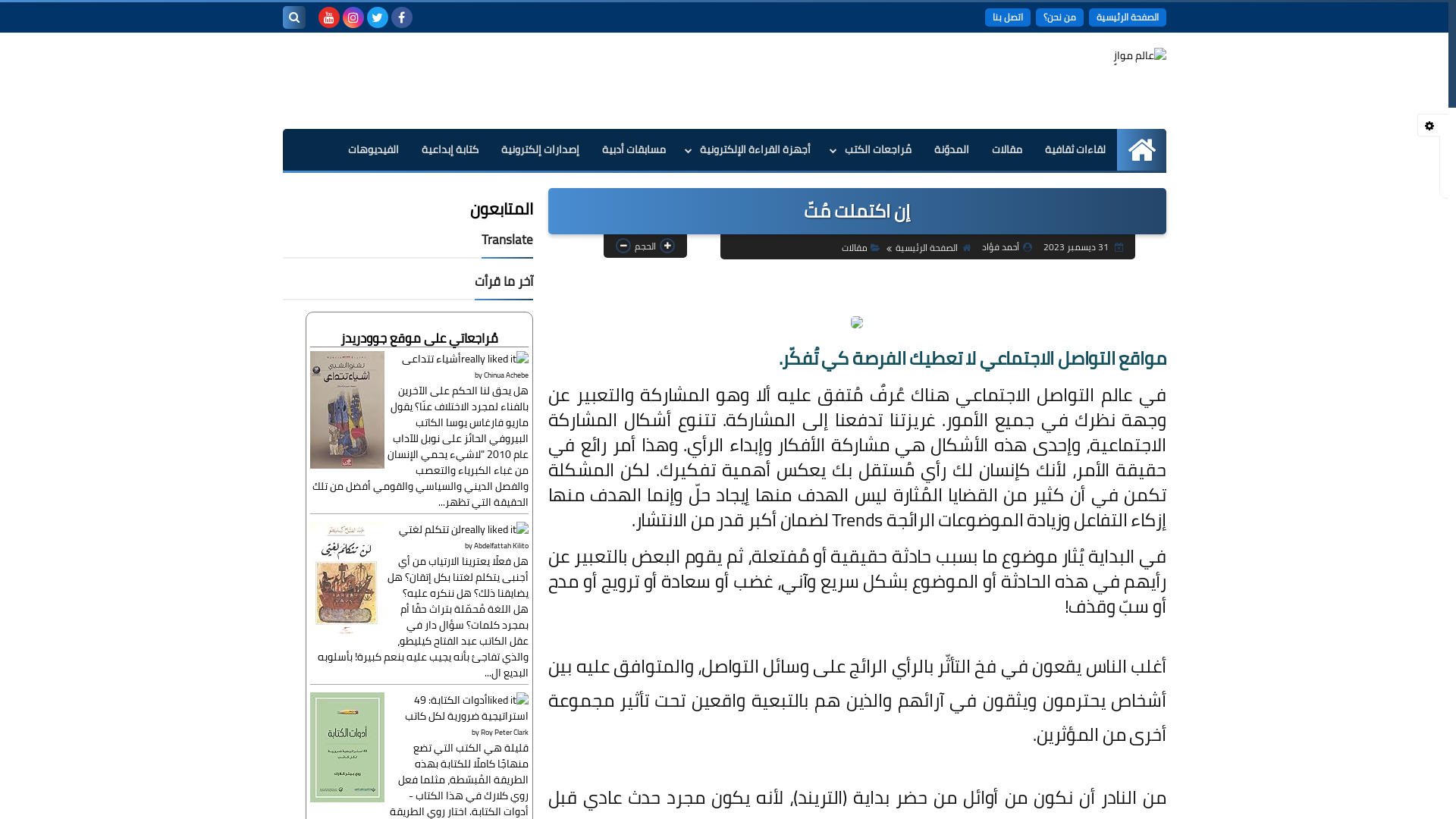 The image size is (1456, 819). Describe the element at coordinates (507, 699) in the screenshot. I see `'liked it'` at that location.